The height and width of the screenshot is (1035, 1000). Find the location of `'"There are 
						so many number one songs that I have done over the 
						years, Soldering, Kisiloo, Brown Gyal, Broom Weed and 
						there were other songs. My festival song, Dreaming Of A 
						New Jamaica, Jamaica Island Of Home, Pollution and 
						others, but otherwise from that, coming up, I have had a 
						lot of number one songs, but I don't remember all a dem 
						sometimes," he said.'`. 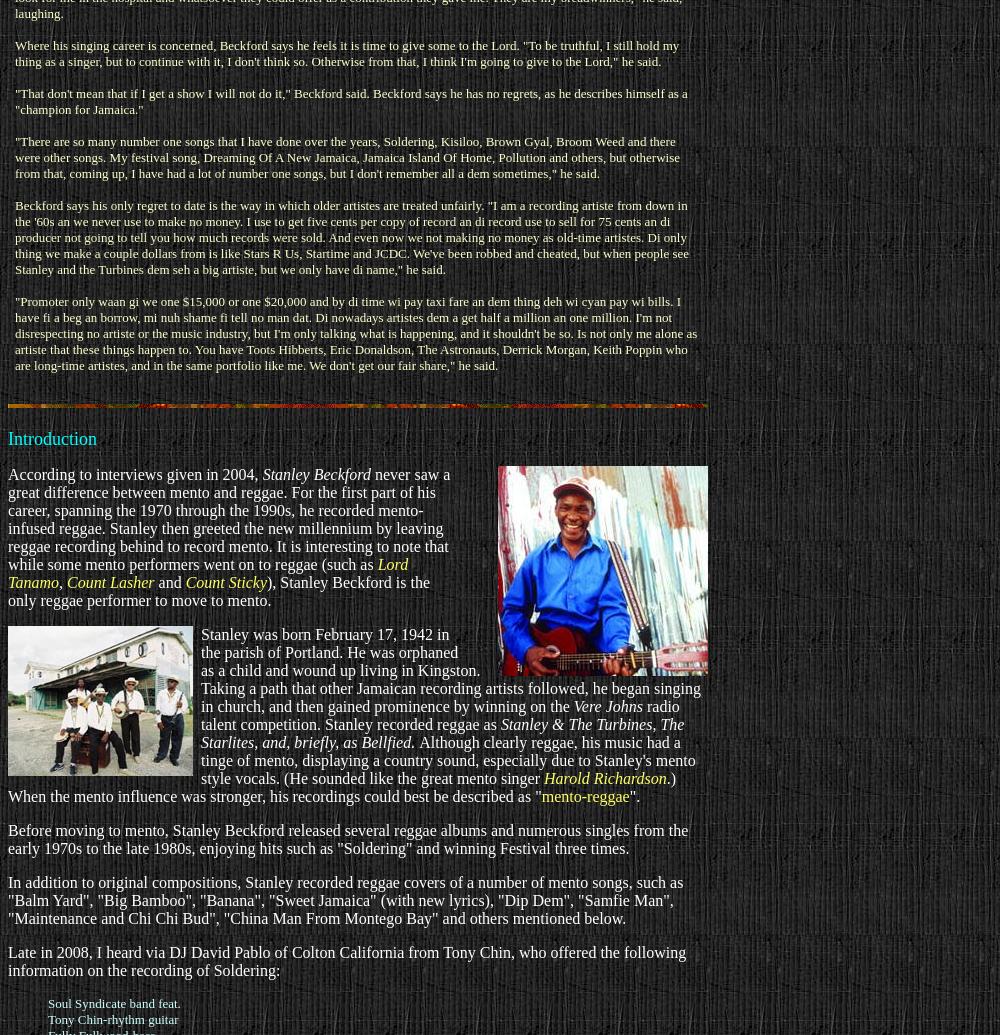

'"There are 
						so many number one songs that I have done over the 
						years, Soldering, Kisiloo, Brown Gyal, Broom Weed and 
						there were other songs. My festival song, Dreaming Of A 
						New Jamaica, Jamaica Island Of Home, Pollution and 
						others, but otherwise from that, coming up, I have had a 
						lot of number one songs, but I don't remember all a dem 
						sometimes," he said.' is located at coordinates (346, 157).